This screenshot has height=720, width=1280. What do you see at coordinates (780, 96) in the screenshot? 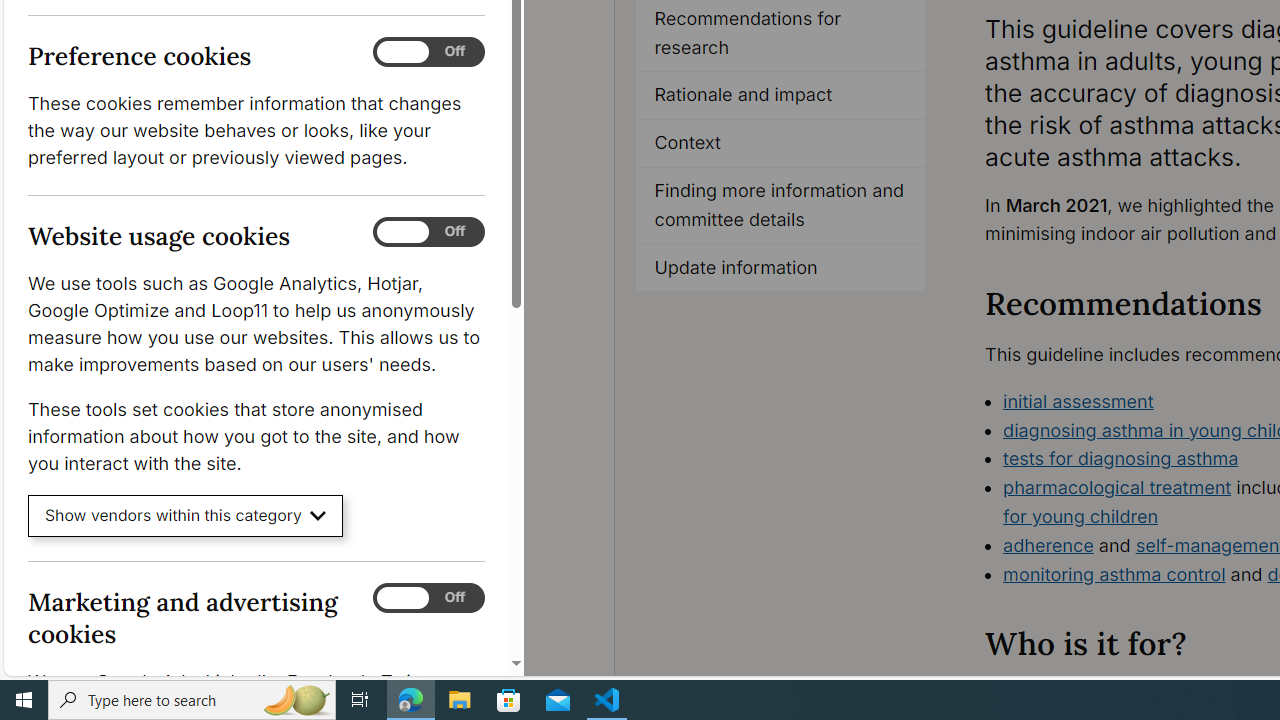
I see `'Rationale and impact'` at bounding box center [780, 96].